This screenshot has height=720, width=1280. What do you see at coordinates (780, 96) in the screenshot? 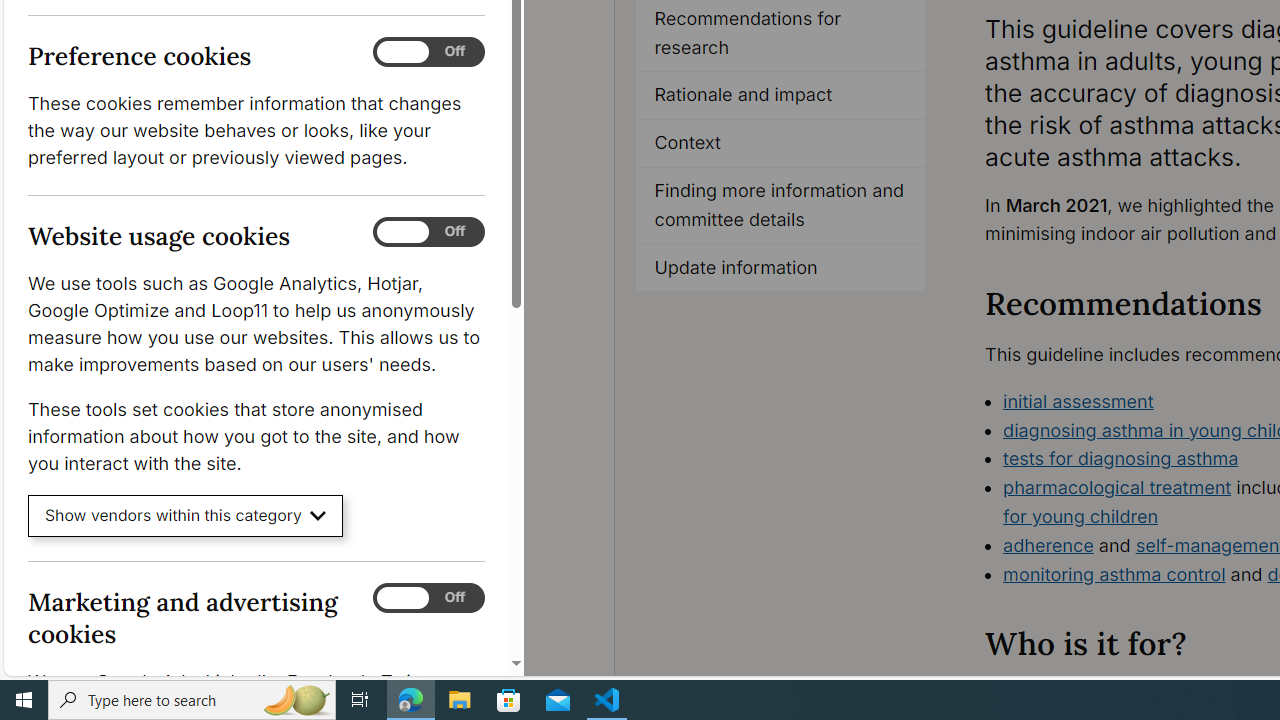
I see `'Rationale and impact'` at bounding box center [780, 96].